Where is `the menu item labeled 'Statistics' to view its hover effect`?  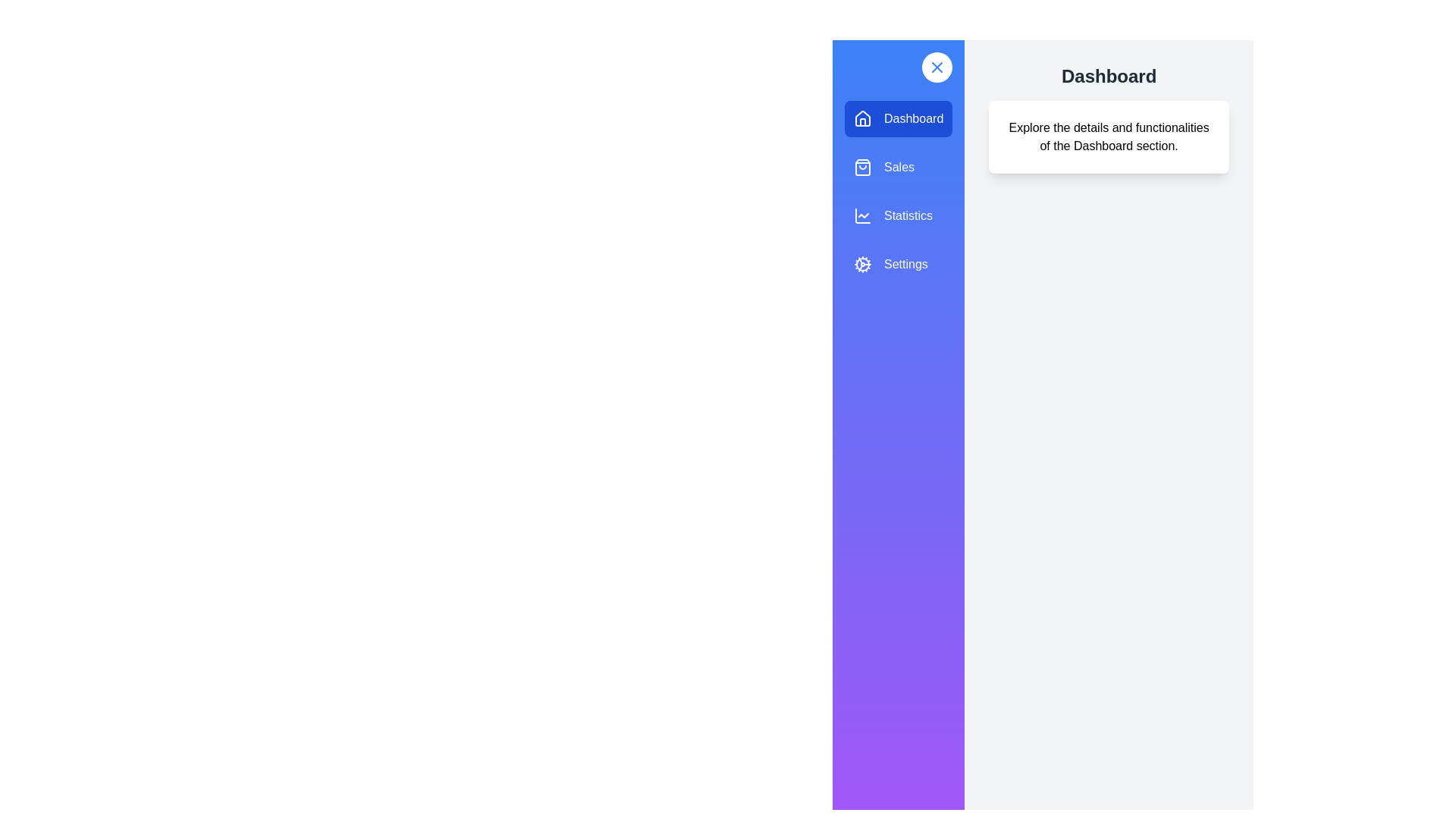
the menu item labeled 'Statistics' to view its hover effect is located at coordinates (899, 216).